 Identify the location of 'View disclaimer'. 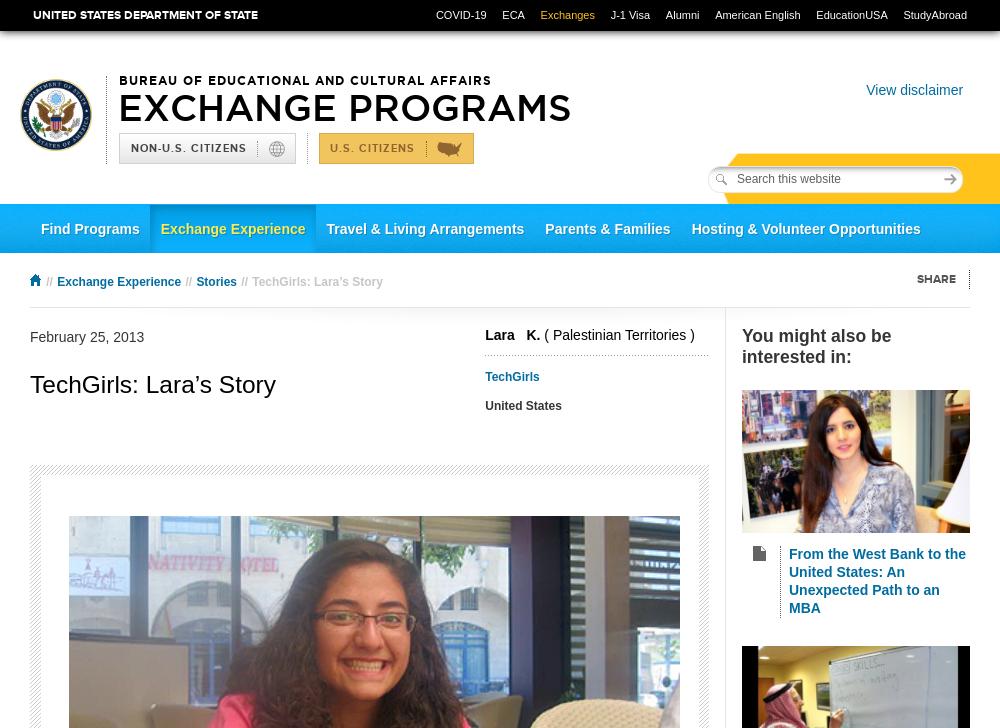
(914, 89).